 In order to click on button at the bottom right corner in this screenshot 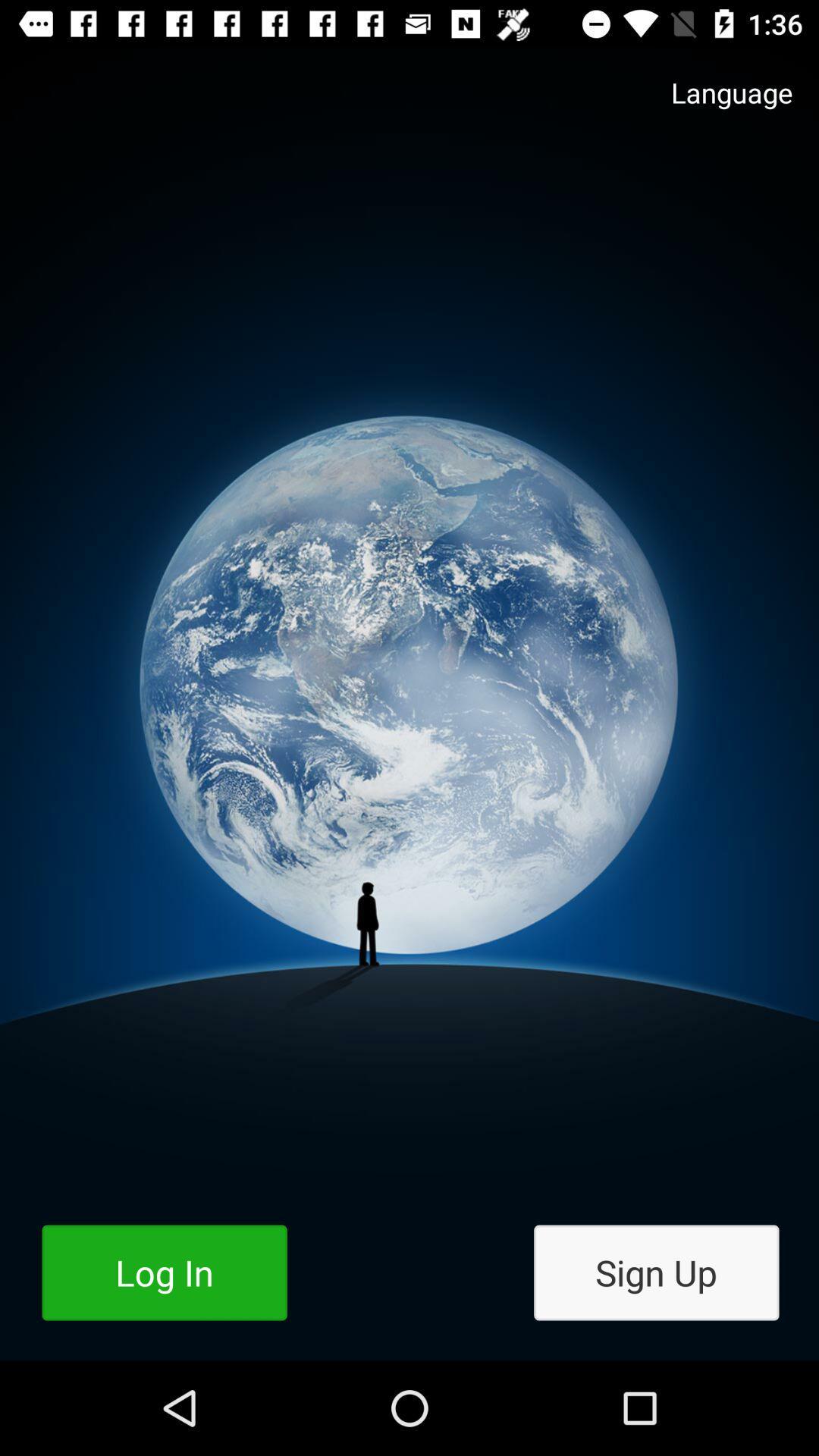, I will do `click(655, 1272)`.